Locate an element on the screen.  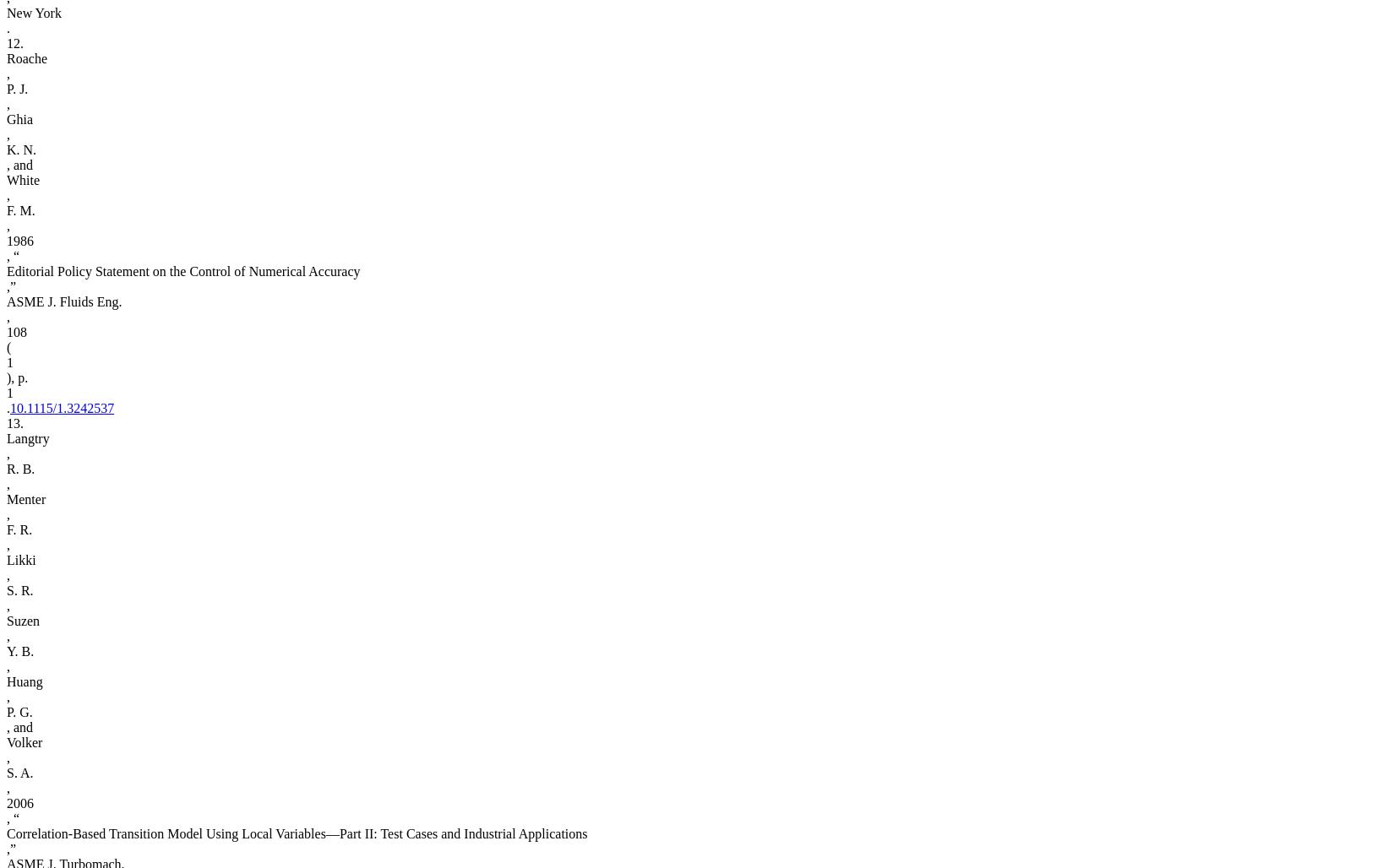
'Menter' is located at coordinates (5, 498).